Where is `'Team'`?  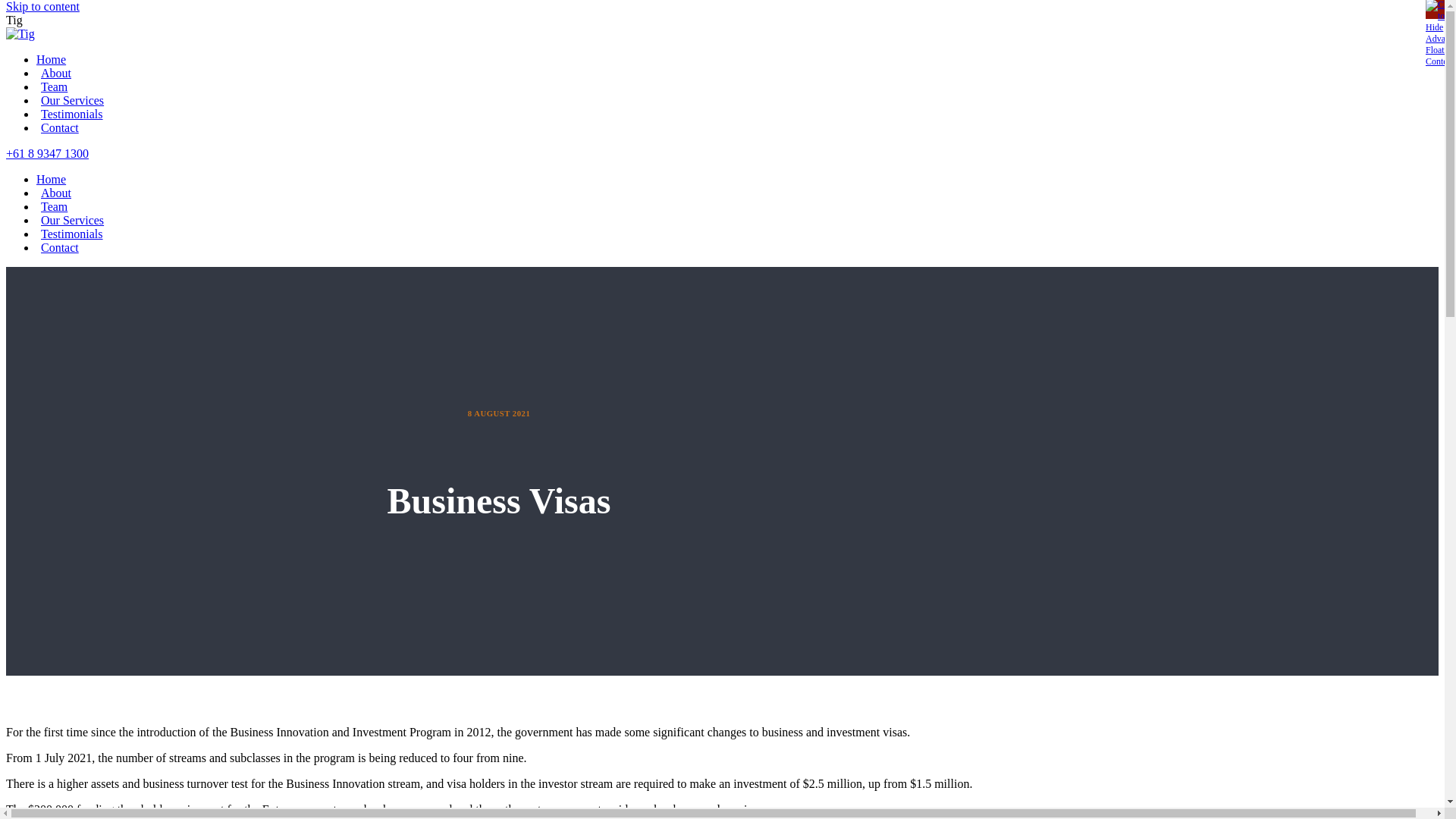
'Team' is located at coordinates (52, 86).